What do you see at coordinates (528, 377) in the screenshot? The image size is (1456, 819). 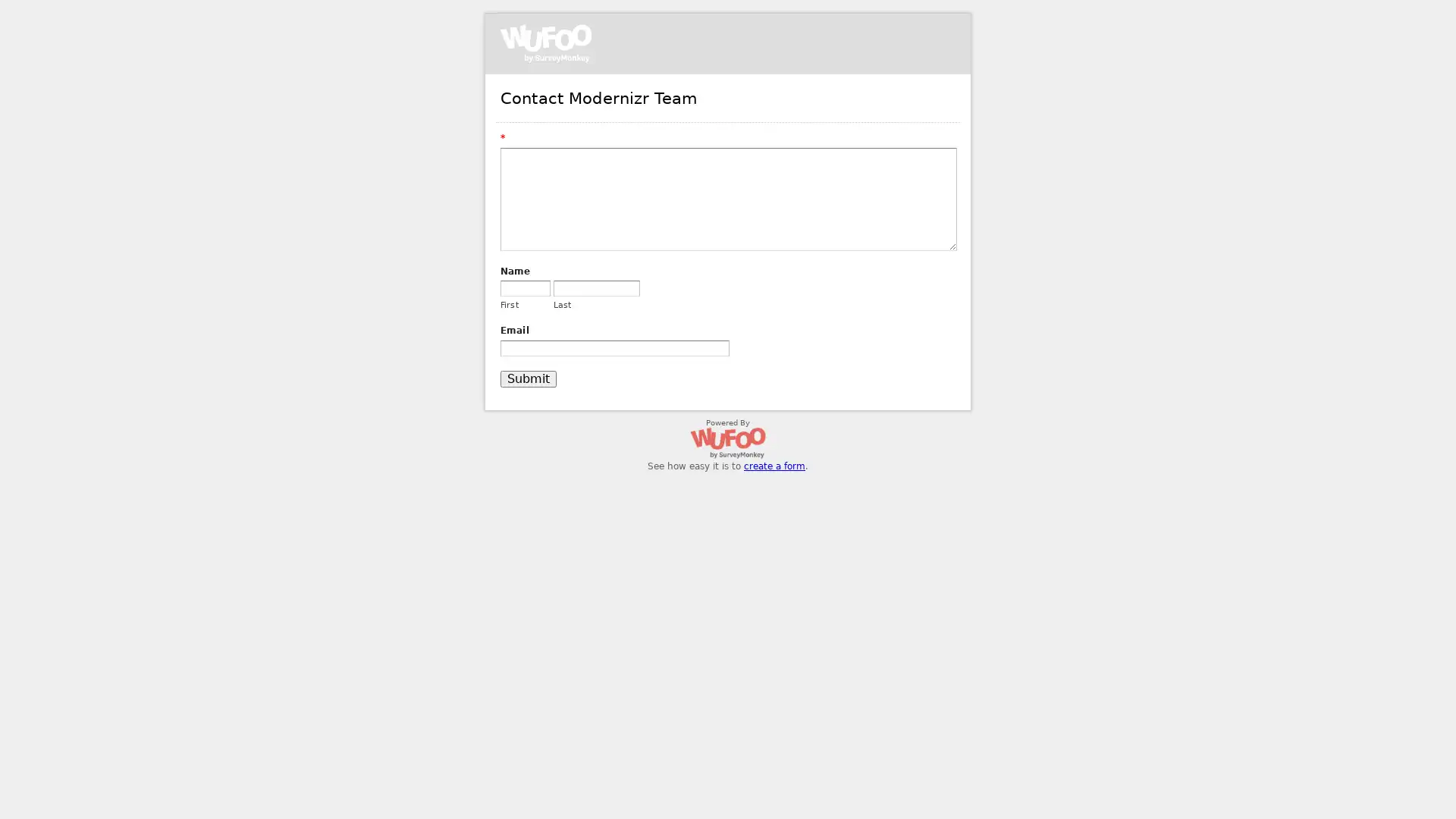 I see `Submit` at bounding box center [528, 377].